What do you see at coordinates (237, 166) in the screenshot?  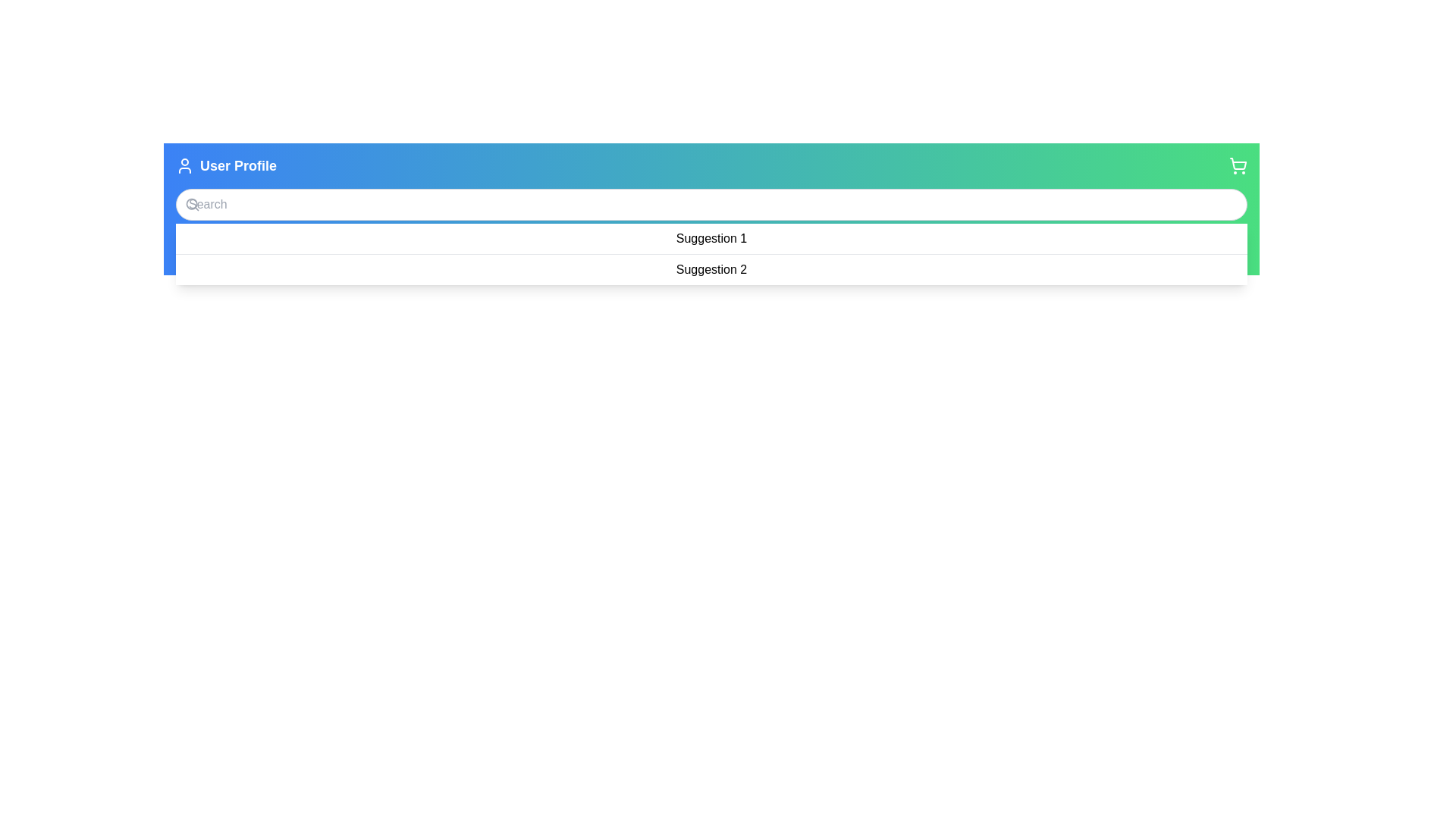 I see `the 'User Profile' text label, which is styled in white with a large bold font, located in the top-left portion of the interface within a gradient header bar` at bounding box center [237, 166].